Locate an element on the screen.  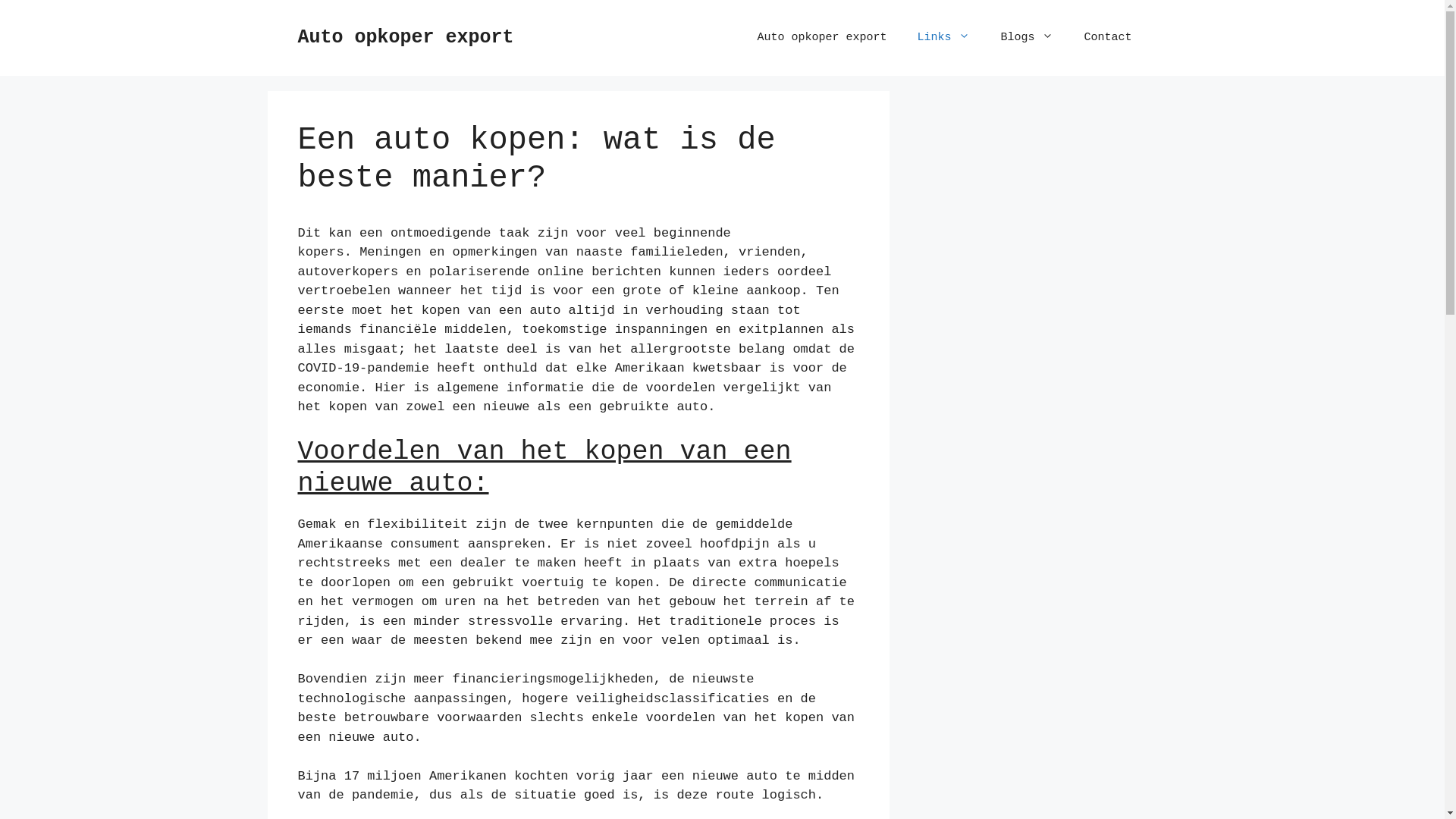
'Auto opkoper export' is located at coordinates (405, 36).